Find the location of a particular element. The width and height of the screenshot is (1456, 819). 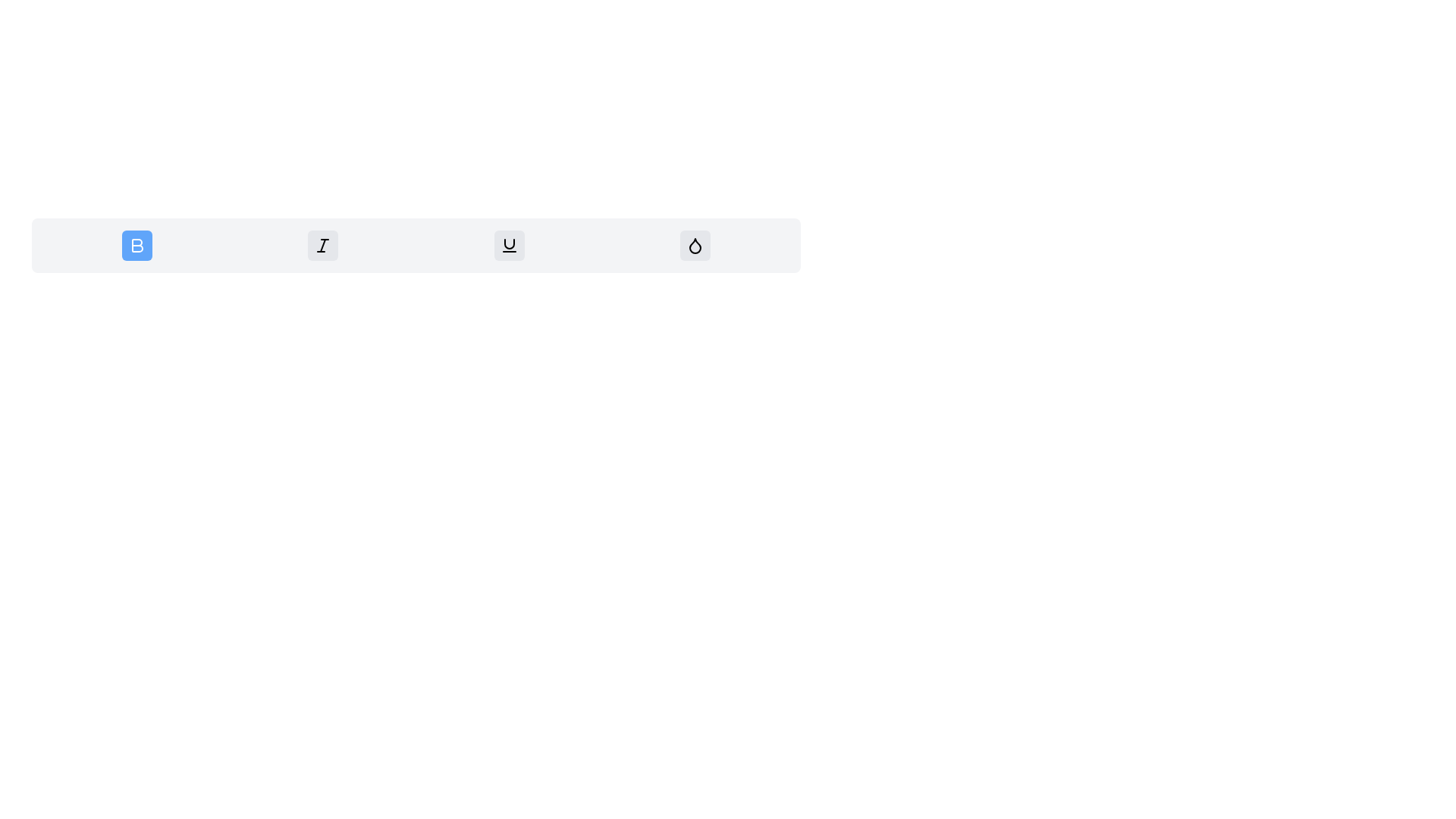

the fourth button from the left which contains a droplet-shaped icon is located at coordinates (695, 245).